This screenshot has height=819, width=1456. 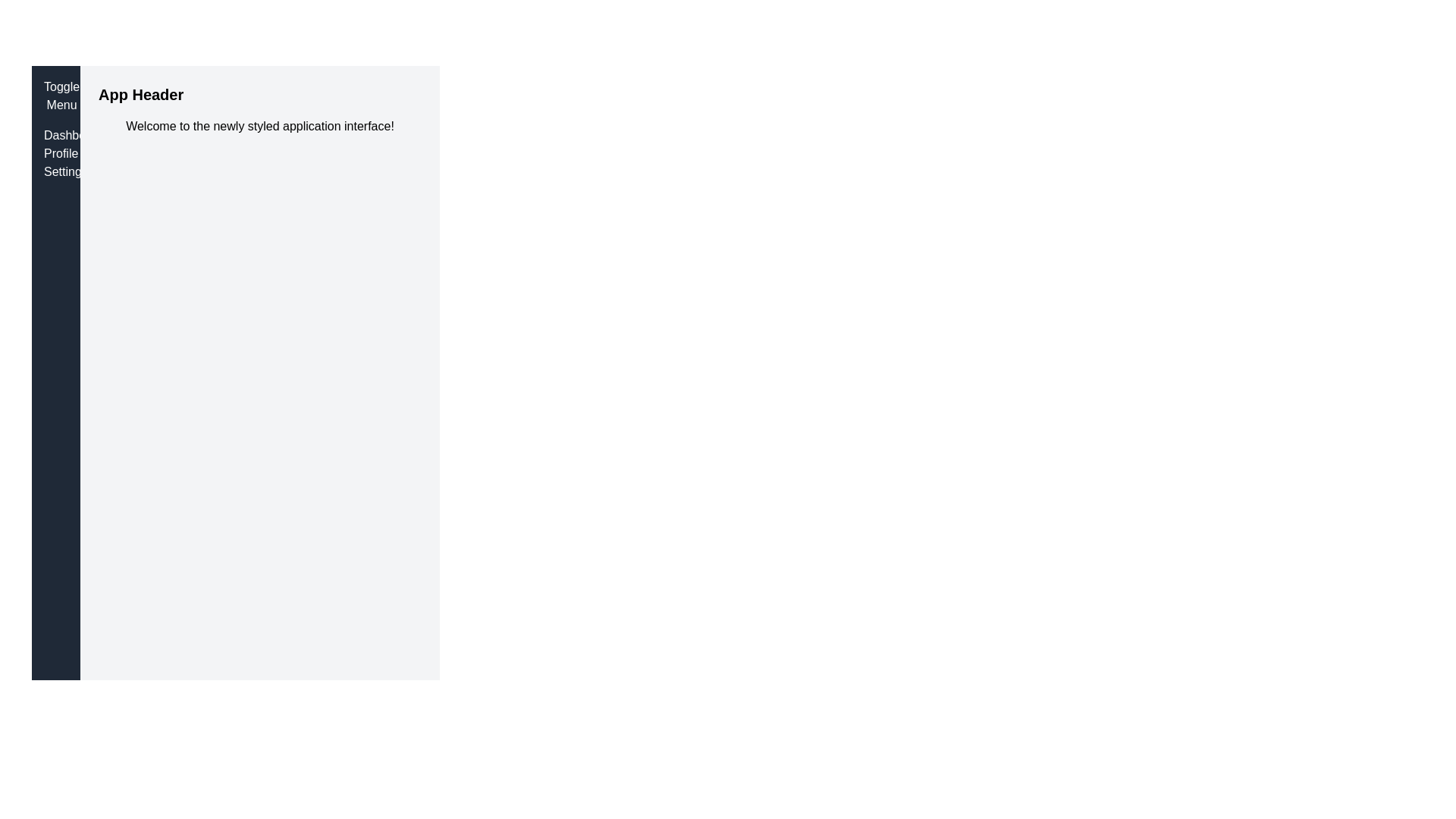 What do you see at coordinates (55, 154) in the screenshot?
I see `the 'Profile' menu item in the sidebar, which is styled with a dark background and white text, located between 'Dashboard' and 'Settings'` at bounding box center [55, 154].